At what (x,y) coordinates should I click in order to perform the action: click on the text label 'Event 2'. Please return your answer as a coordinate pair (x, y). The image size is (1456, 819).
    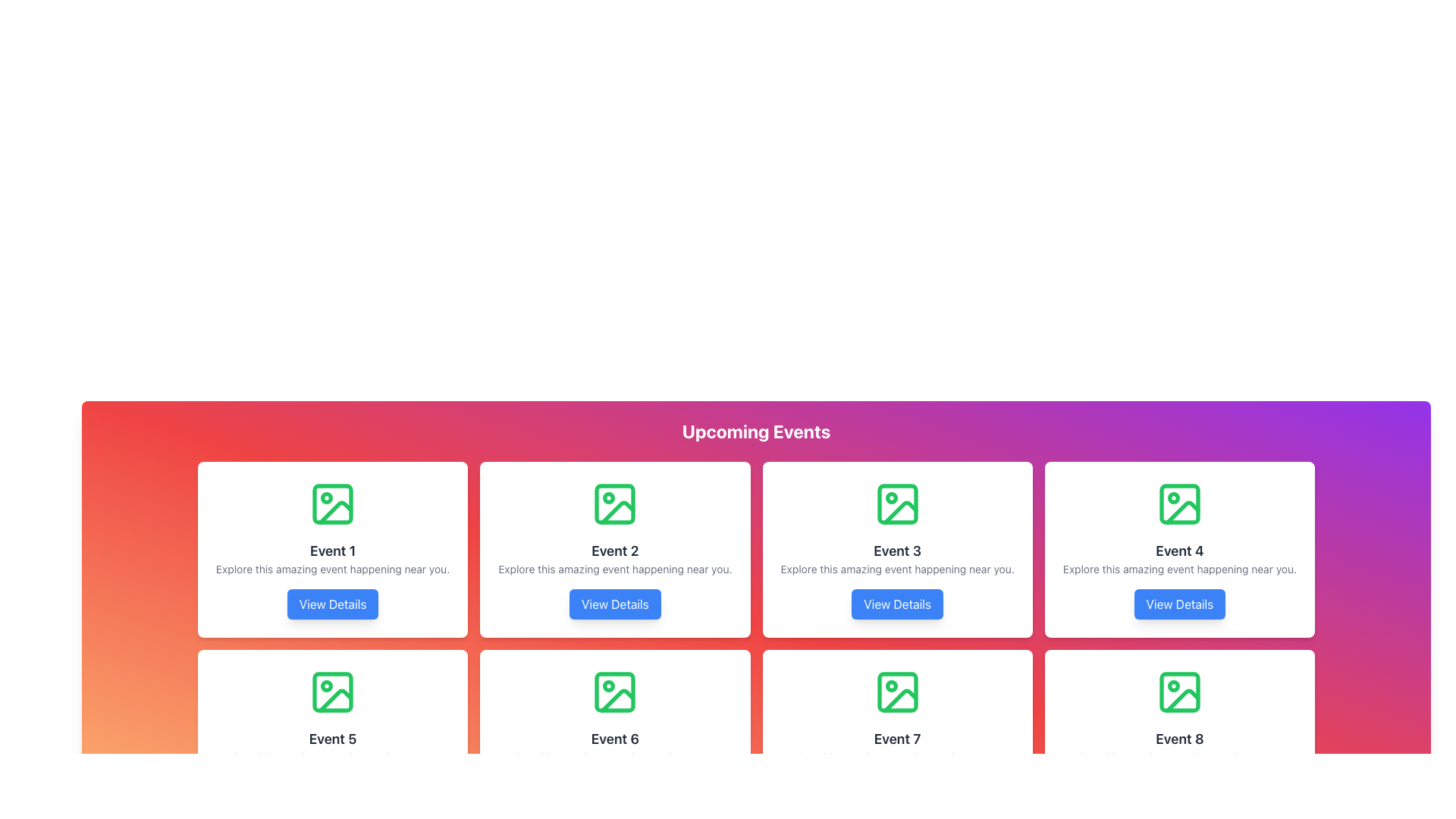
    Looking at the image, I should click on (615, 551).